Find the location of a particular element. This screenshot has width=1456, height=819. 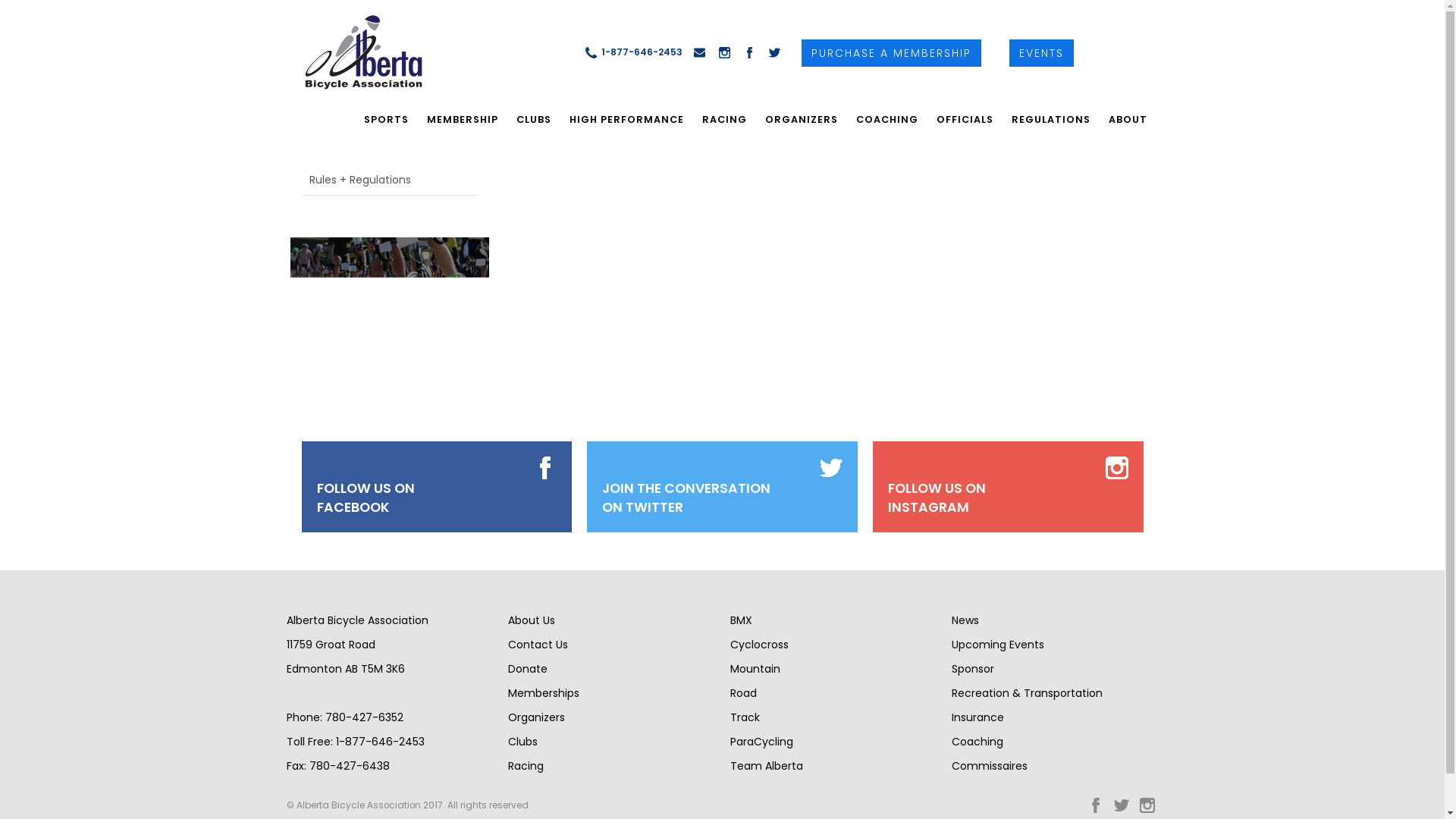

'Mountain' is located at coordinates (754, 668).